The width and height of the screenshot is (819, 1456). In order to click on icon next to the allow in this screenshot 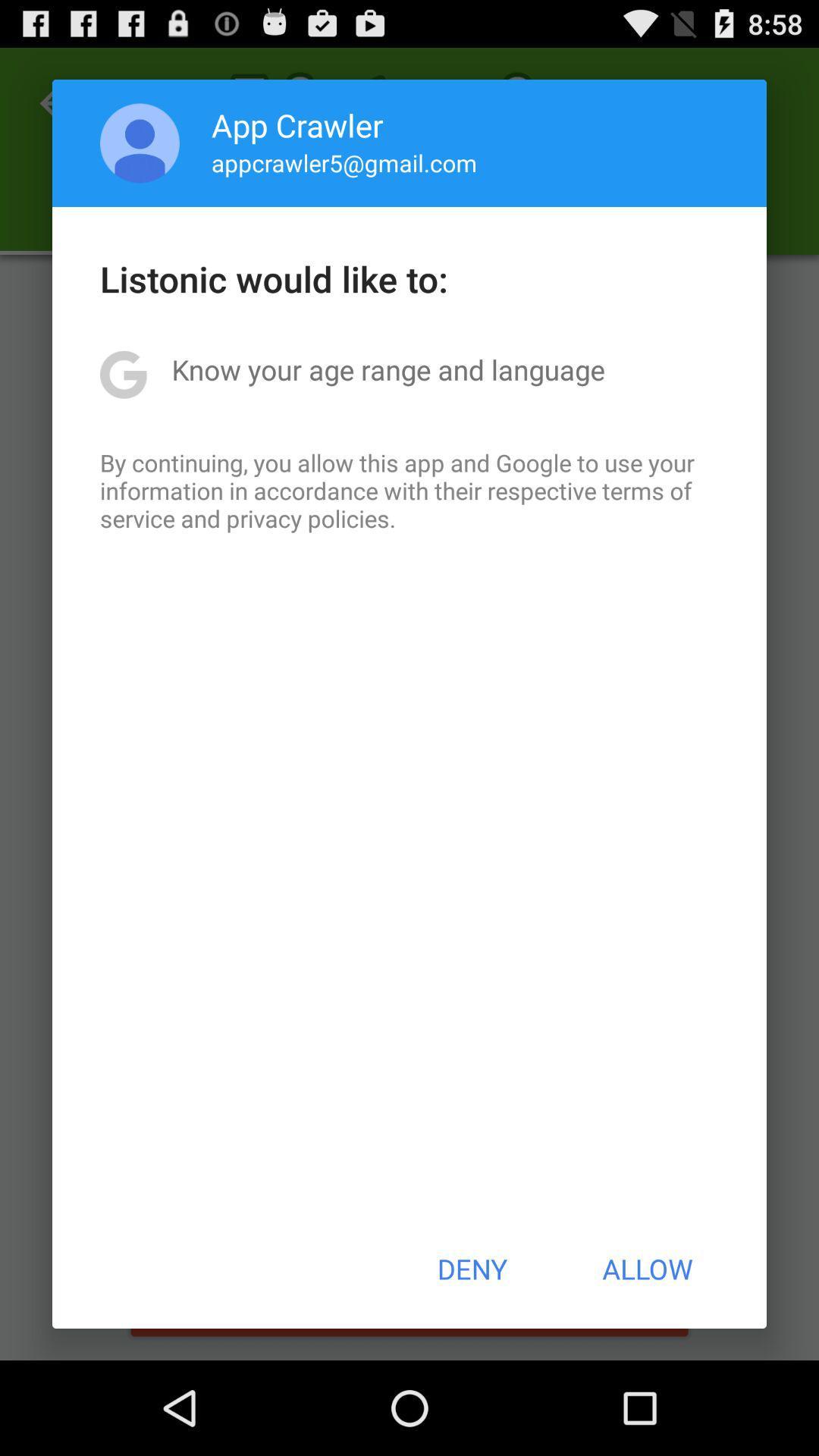, I will do `click(471, 1269)`.